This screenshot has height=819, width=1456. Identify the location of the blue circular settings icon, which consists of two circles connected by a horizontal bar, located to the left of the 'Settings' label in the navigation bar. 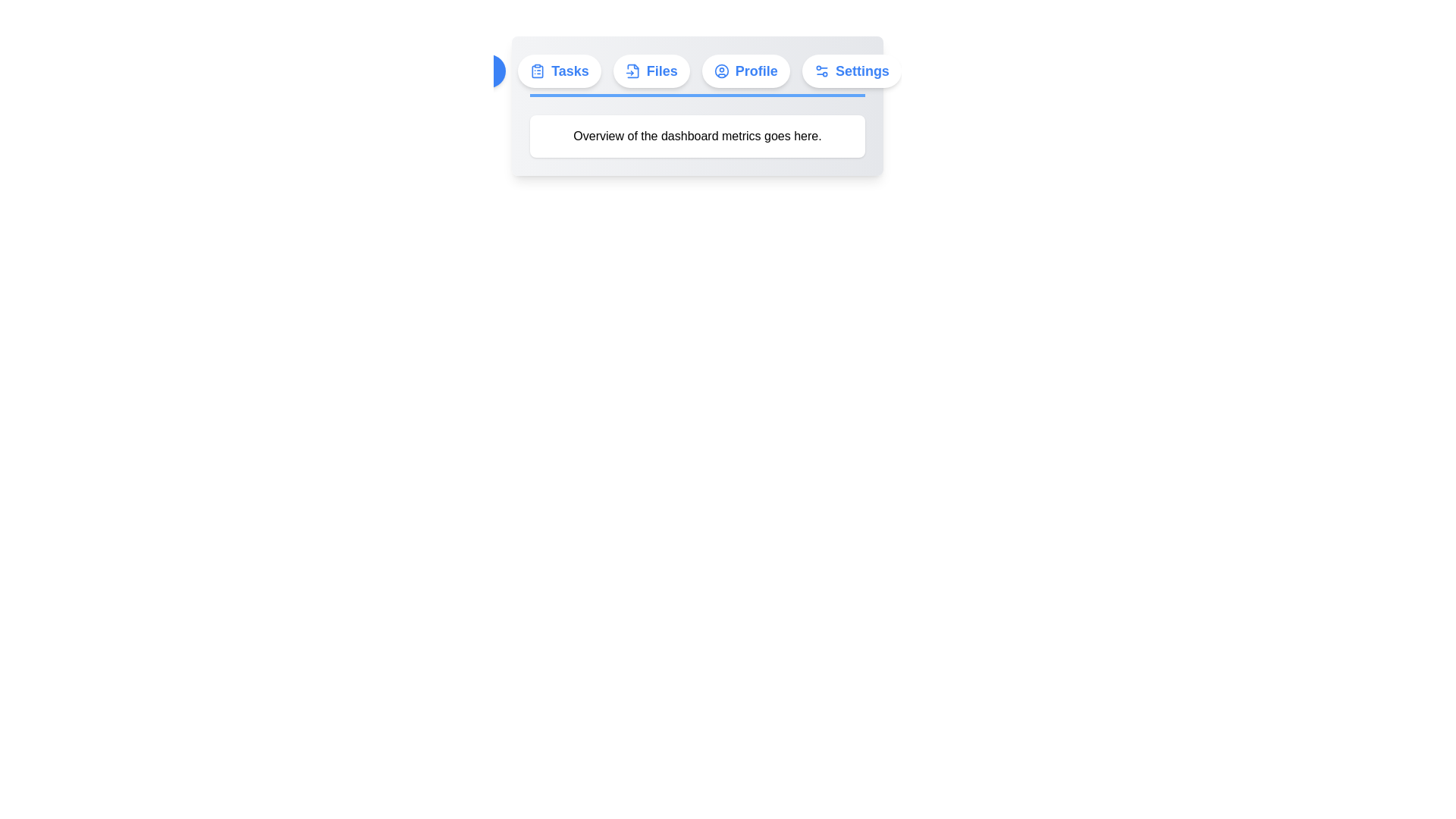
(821, 71).